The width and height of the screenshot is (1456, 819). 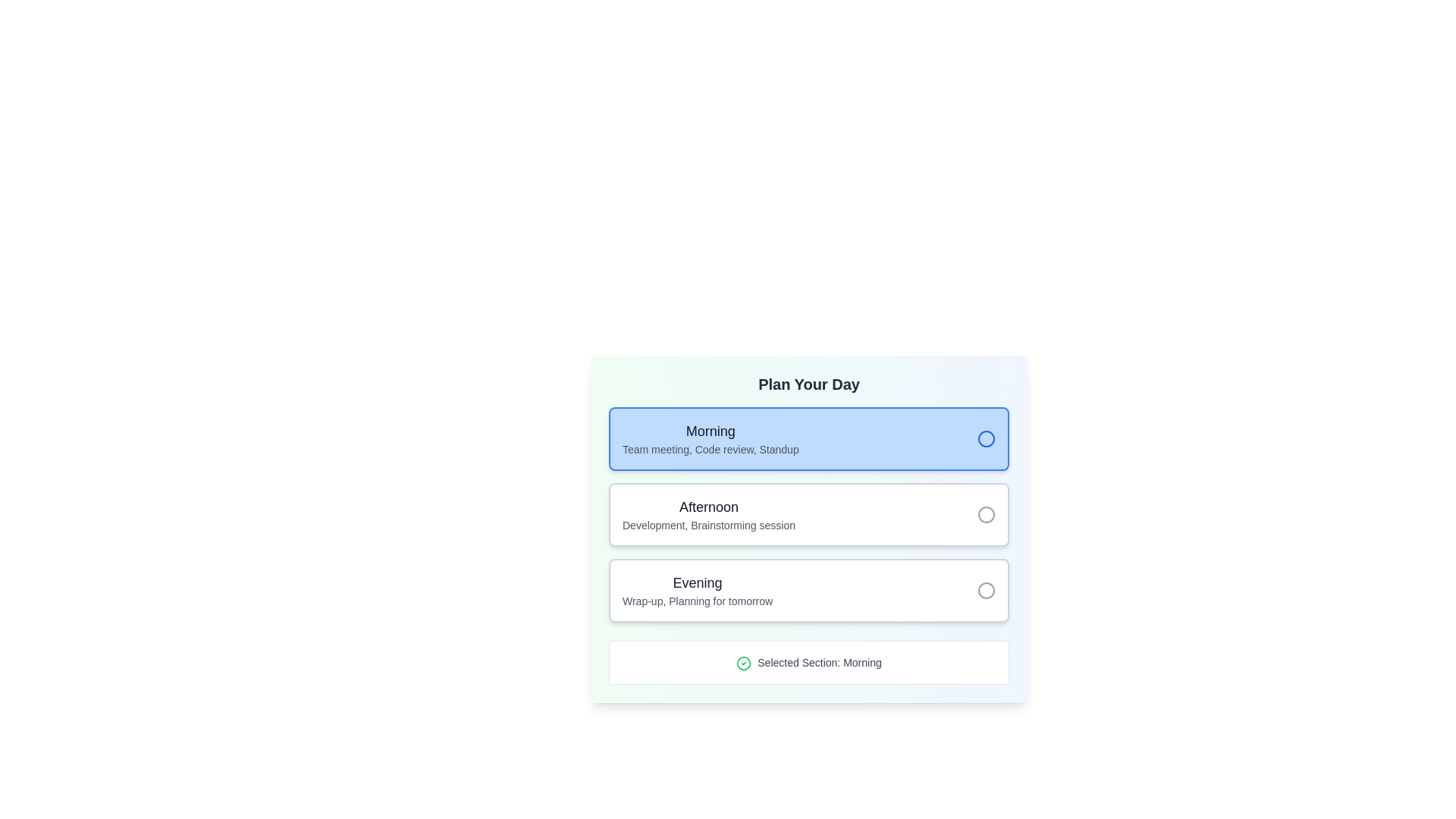 I want to click on the text 'Team meeting, Code review, Standup' located in the light blue rectangular section under the 'Morning' header in the 'Plan Your Day' interface, so click(x=710, y=449).